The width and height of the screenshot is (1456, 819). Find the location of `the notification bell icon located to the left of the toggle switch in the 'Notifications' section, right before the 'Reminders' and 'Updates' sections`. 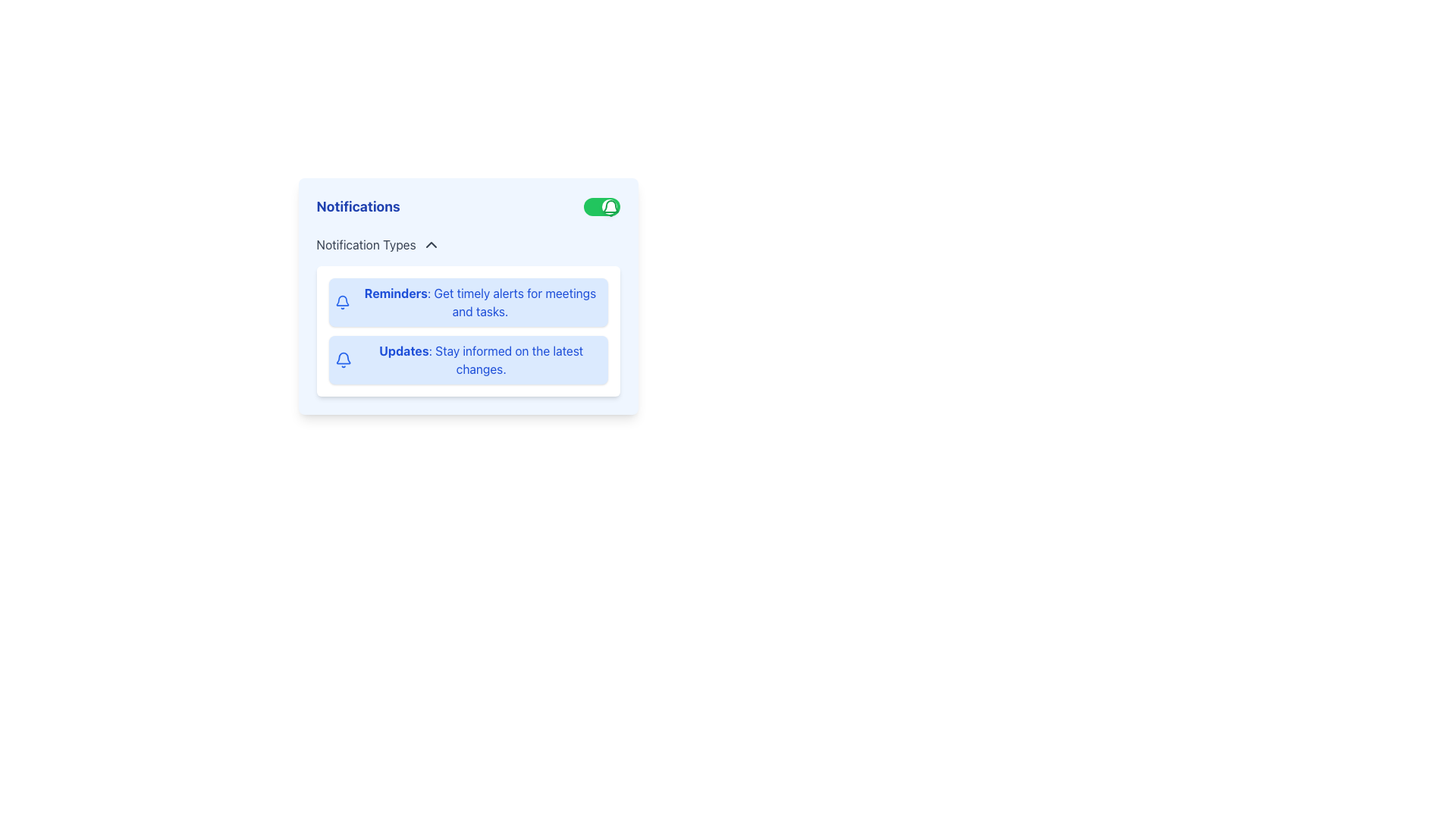

the notification bell icon located to the left of the toggle switch in the 'Notifications' section, right before the 'Reminders' and 'Updates' sections is located at coordinates (342, 358).